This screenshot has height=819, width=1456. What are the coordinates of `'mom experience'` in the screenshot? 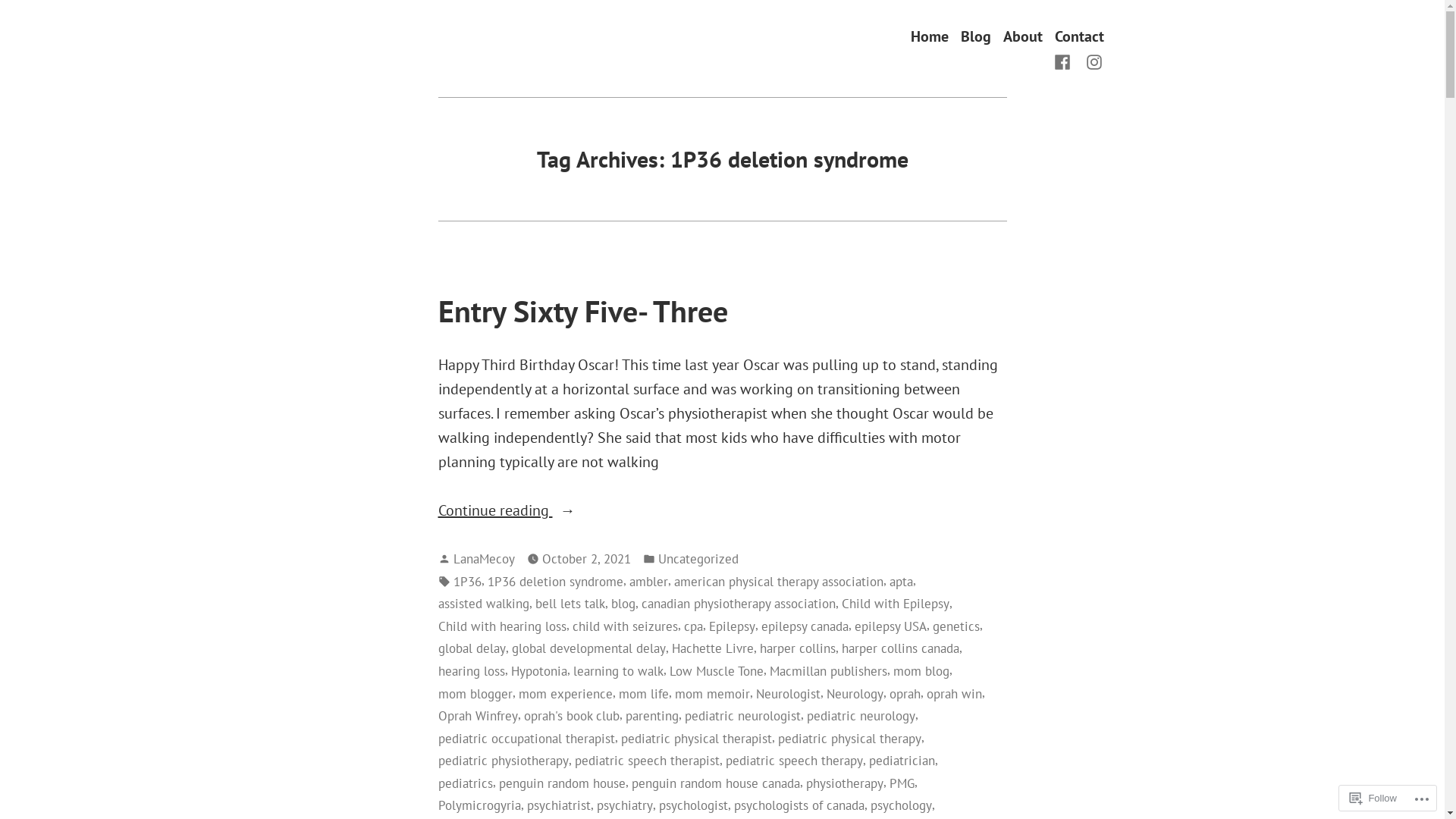 It's located at (564, 693).